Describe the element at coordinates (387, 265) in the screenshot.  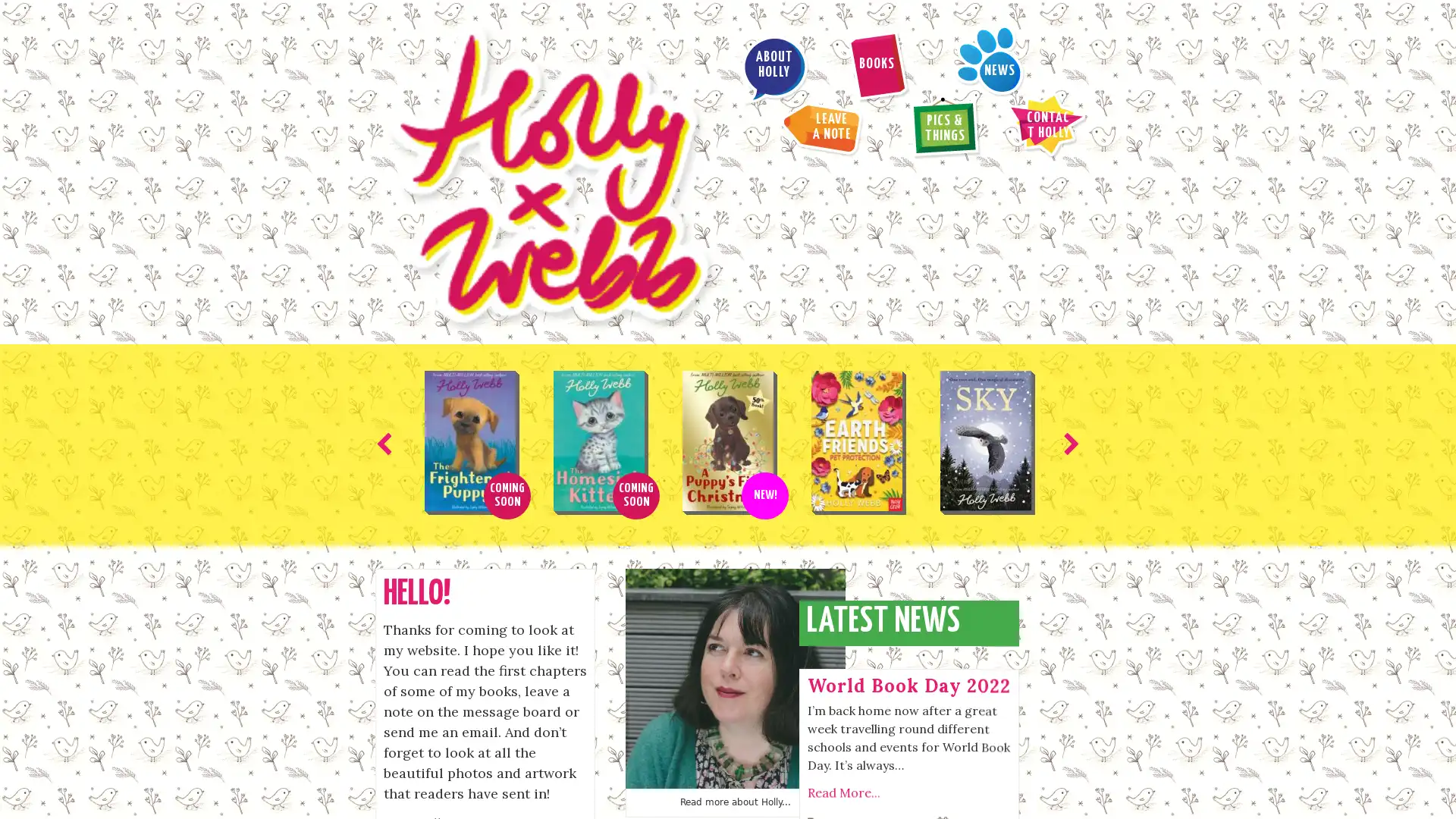
I see `Previous` at that location.